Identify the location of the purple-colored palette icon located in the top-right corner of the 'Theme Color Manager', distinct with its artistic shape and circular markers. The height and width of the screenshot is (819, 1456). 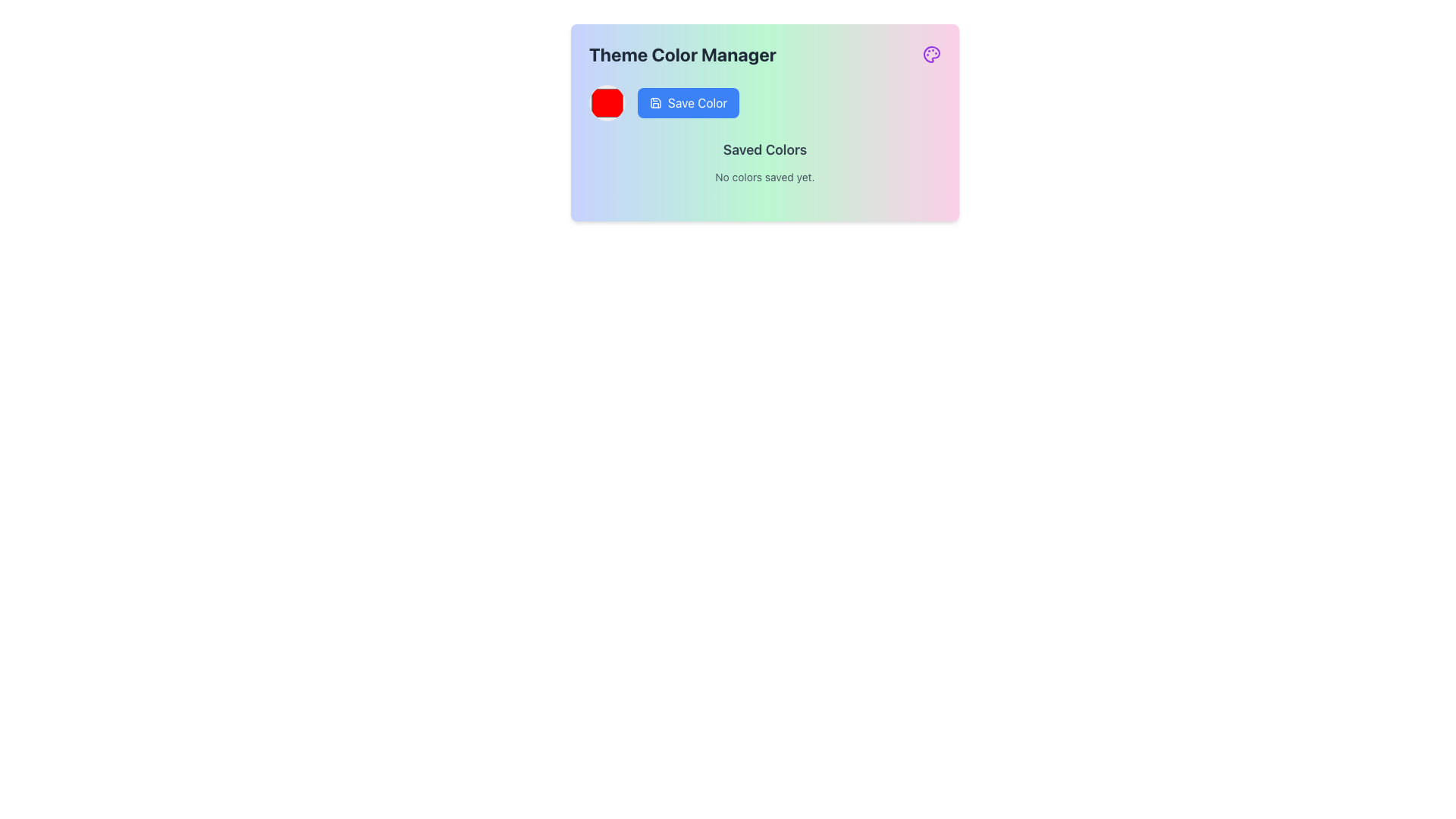
(930, 54).